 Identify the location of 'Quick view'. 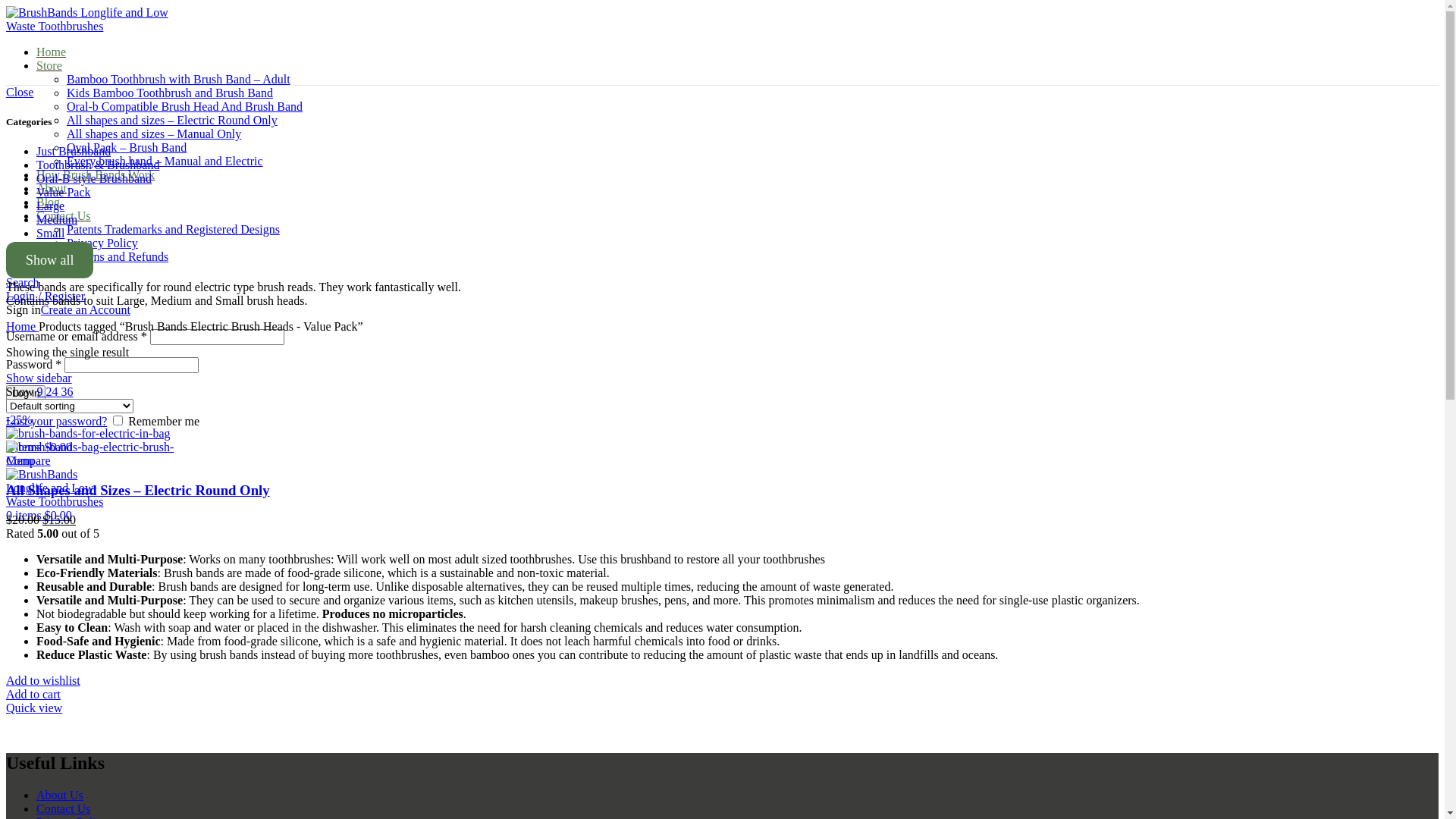
(6, 708).